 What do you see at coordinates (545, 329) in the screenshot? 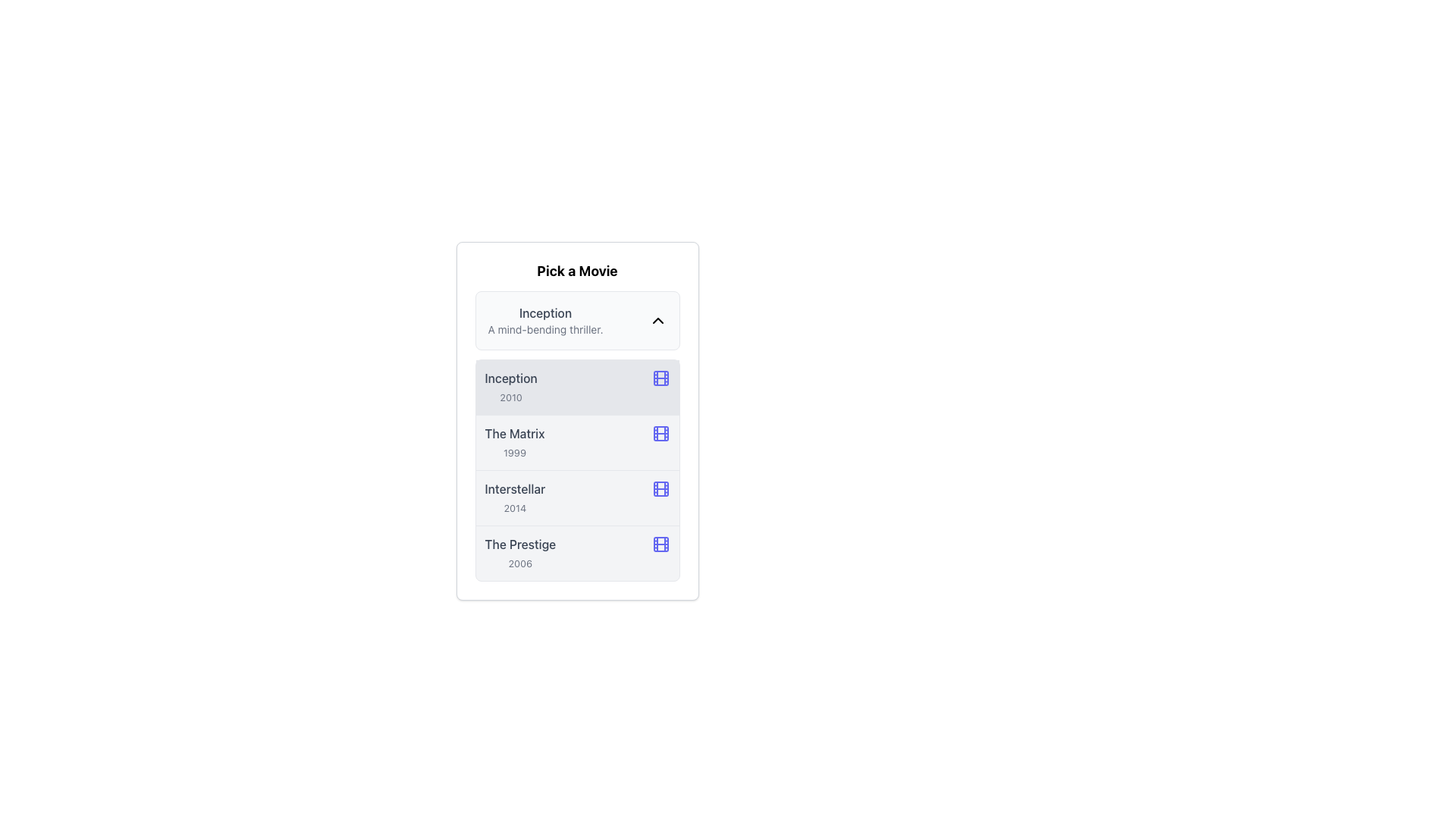
I see `the static text displaying 'A mind-bending thriller.' which is located directly below the title 'Inception.'` at bounding box center [545, 329].